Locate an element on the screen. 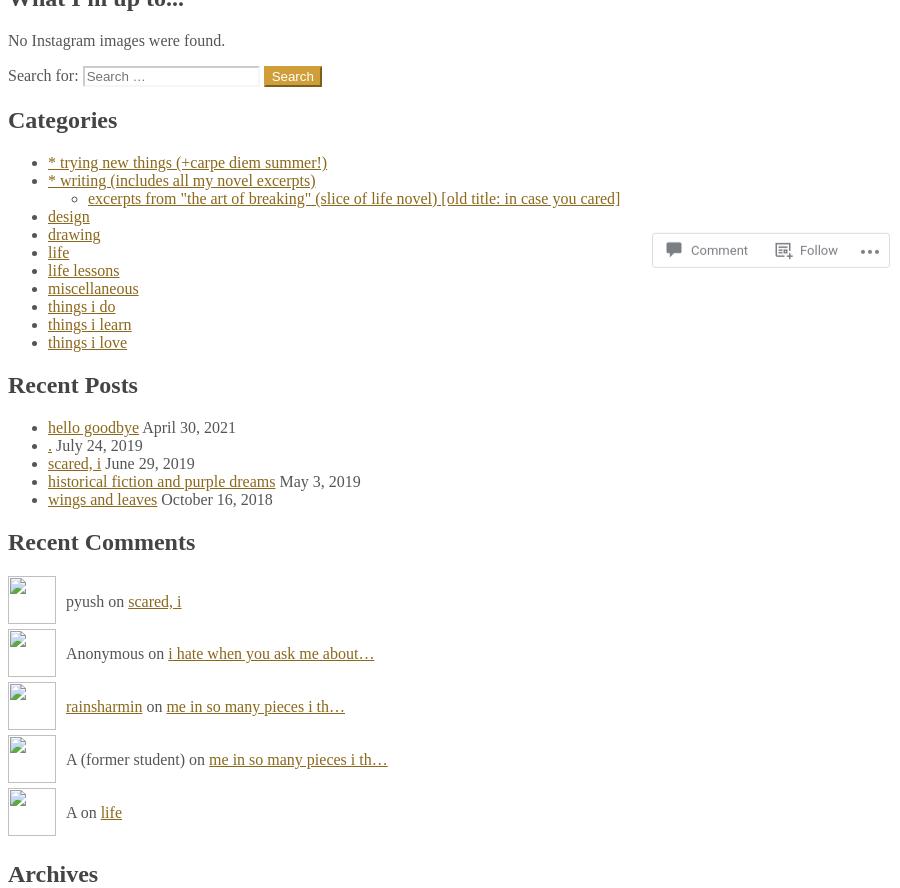  'hello goodbye' is located at coordinates (46, 426).